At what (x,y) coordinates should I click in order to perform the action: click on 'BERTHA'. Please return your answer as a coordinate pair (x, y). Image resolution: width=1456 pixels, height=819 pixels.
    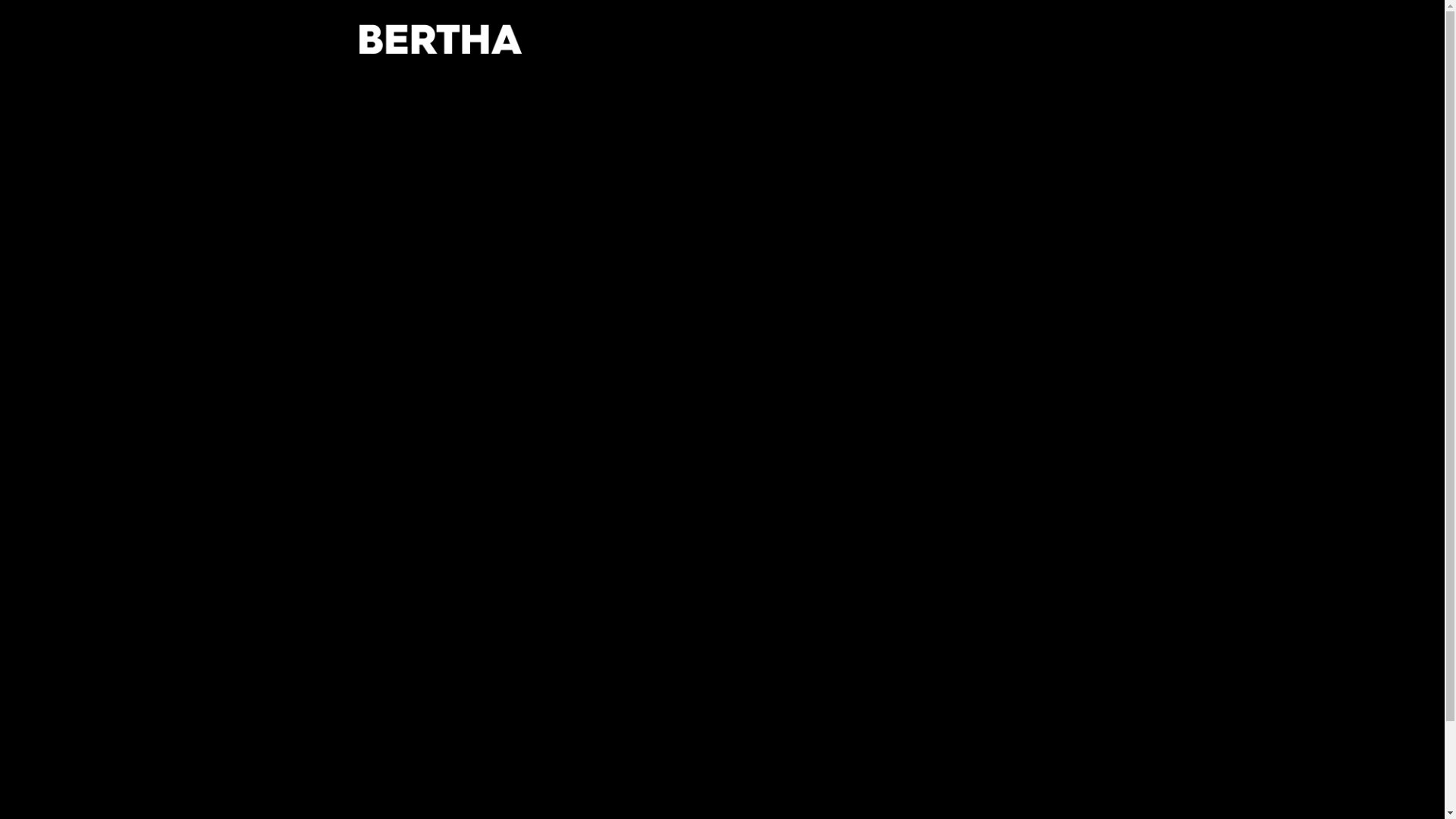
    Looking at the image, I should click on (439, 61).